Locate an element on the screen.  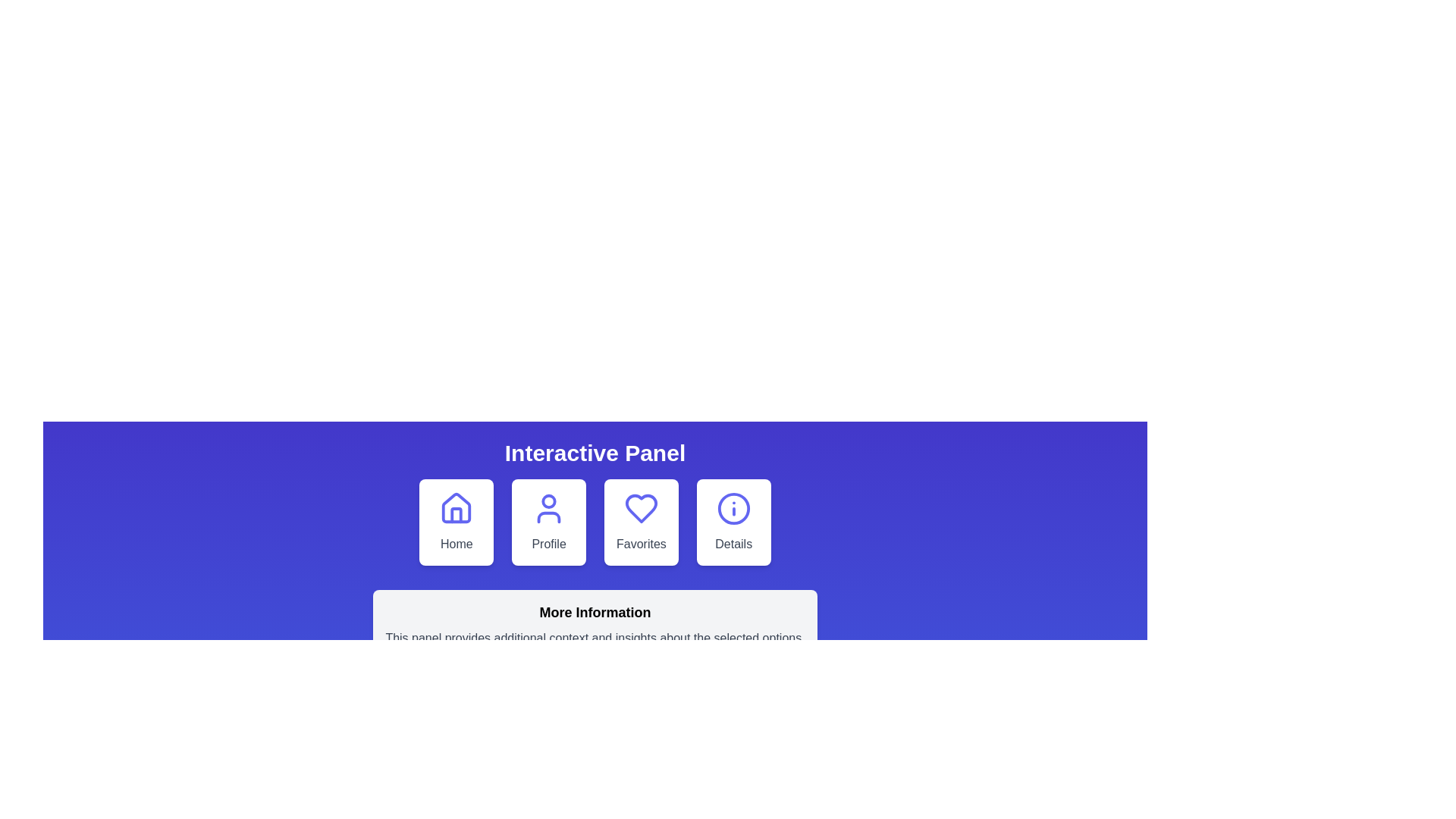
the 'Favorites' text label, which is displayed in medium gray font below a heart icon in the third card of a vertically arranged card layout is located at coordinates (641, 543).